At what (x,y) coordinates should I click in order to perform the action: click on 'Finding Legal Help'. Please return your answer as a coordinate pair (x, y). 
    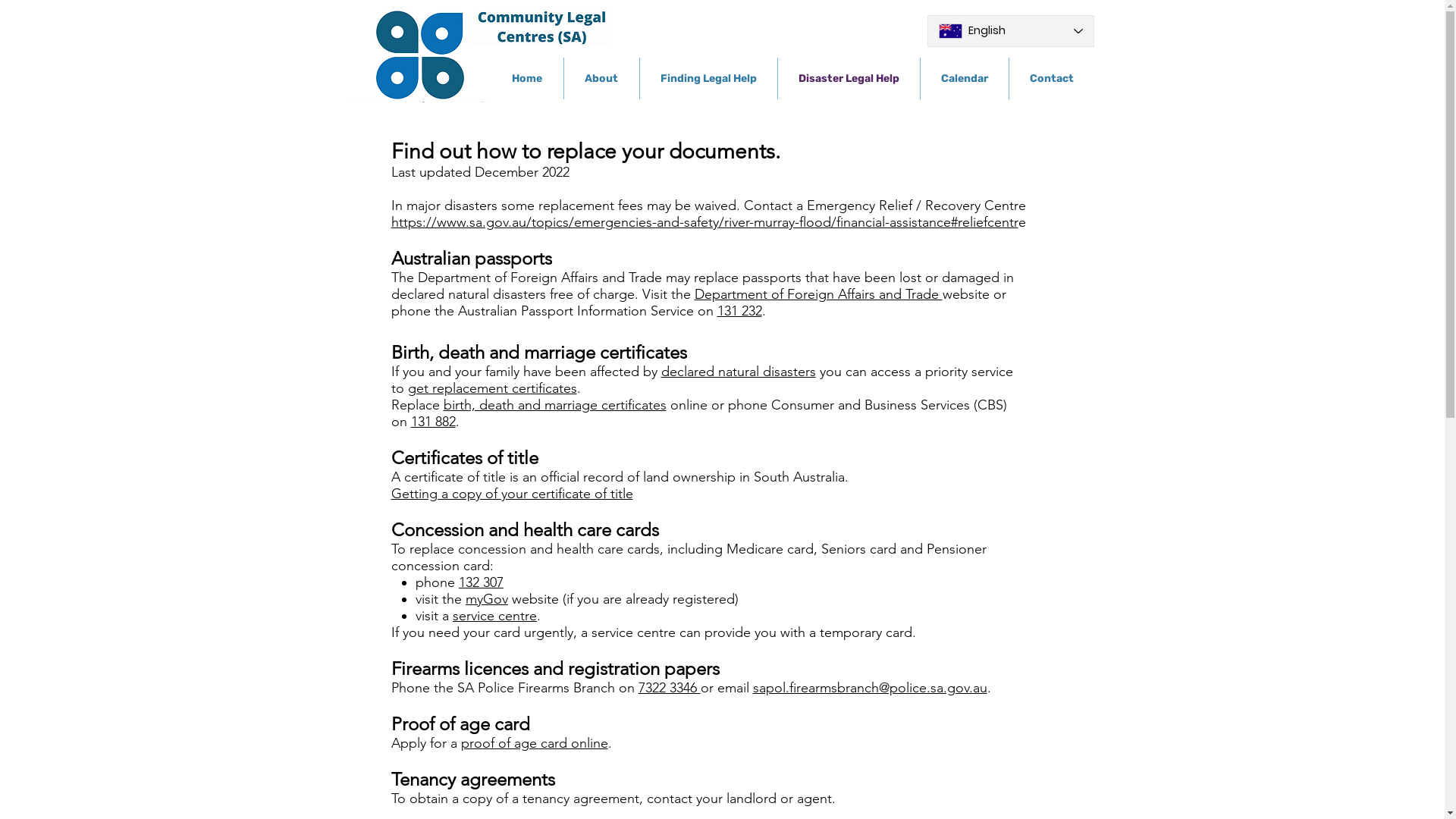
    Looking at the image, I should click on (640, 78).